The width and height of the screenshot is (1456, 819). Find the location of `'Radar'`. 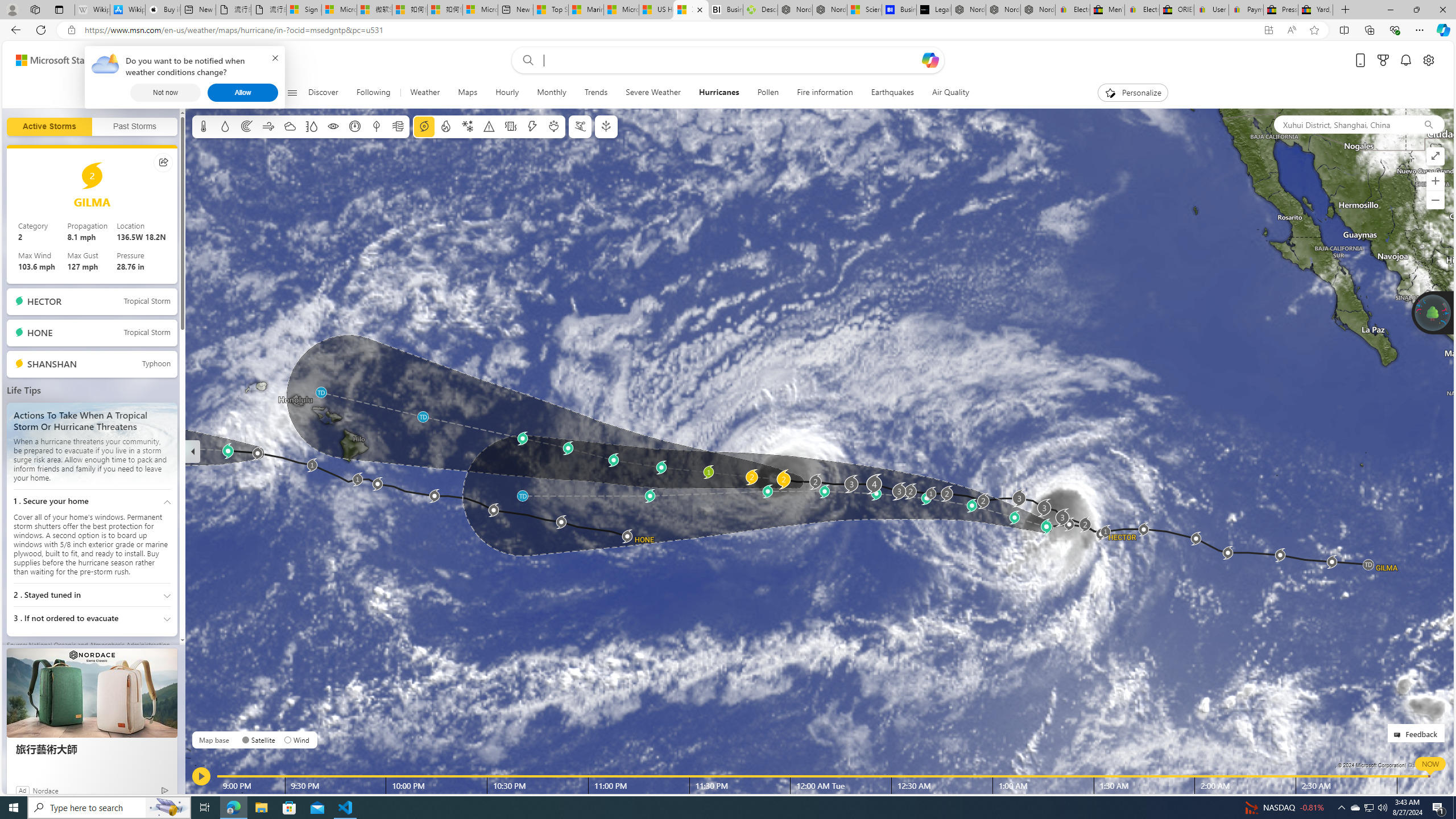

'Radar' is located at coordinates (246, 126).